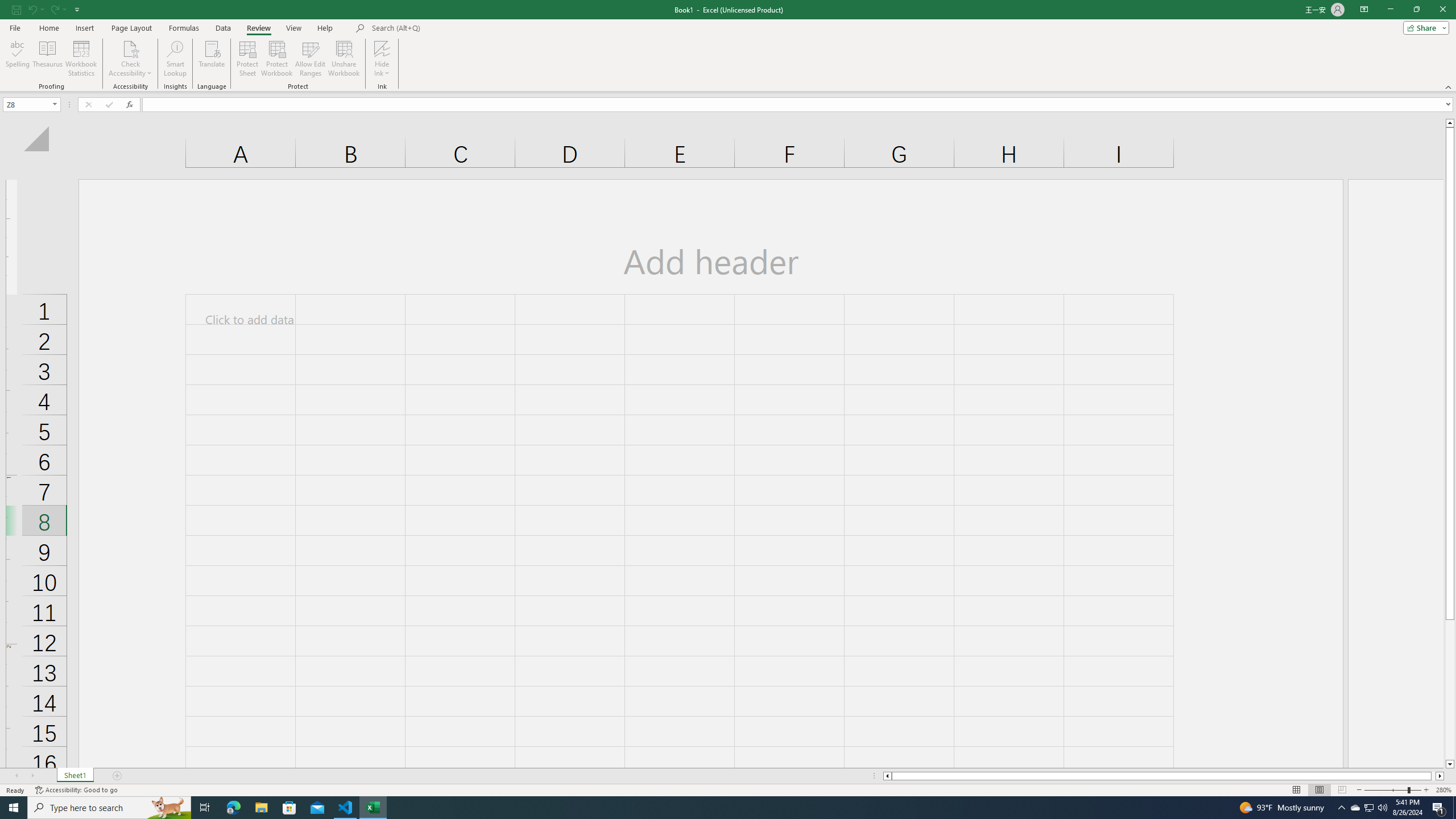  Describe the element at coordinates (77, 9) in the screenshot. I see `'Customize Quick Access Toolbar'` at that location.